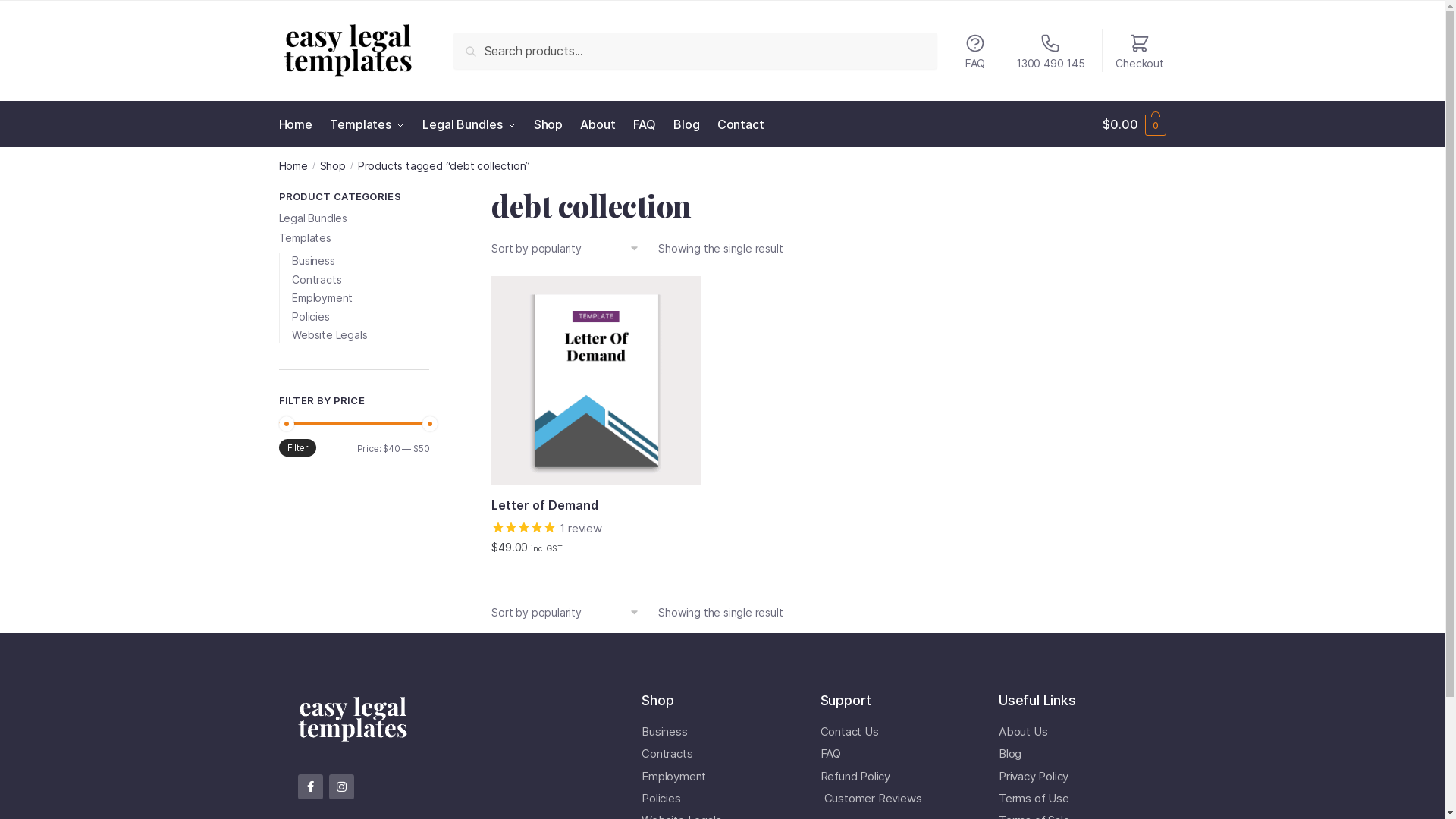 The width and height of the screenshot is (1456, 819). What do you see at coordinates (998, 730) in the screenshot?
I see `'About Us'` at bounding box center [998, 730].